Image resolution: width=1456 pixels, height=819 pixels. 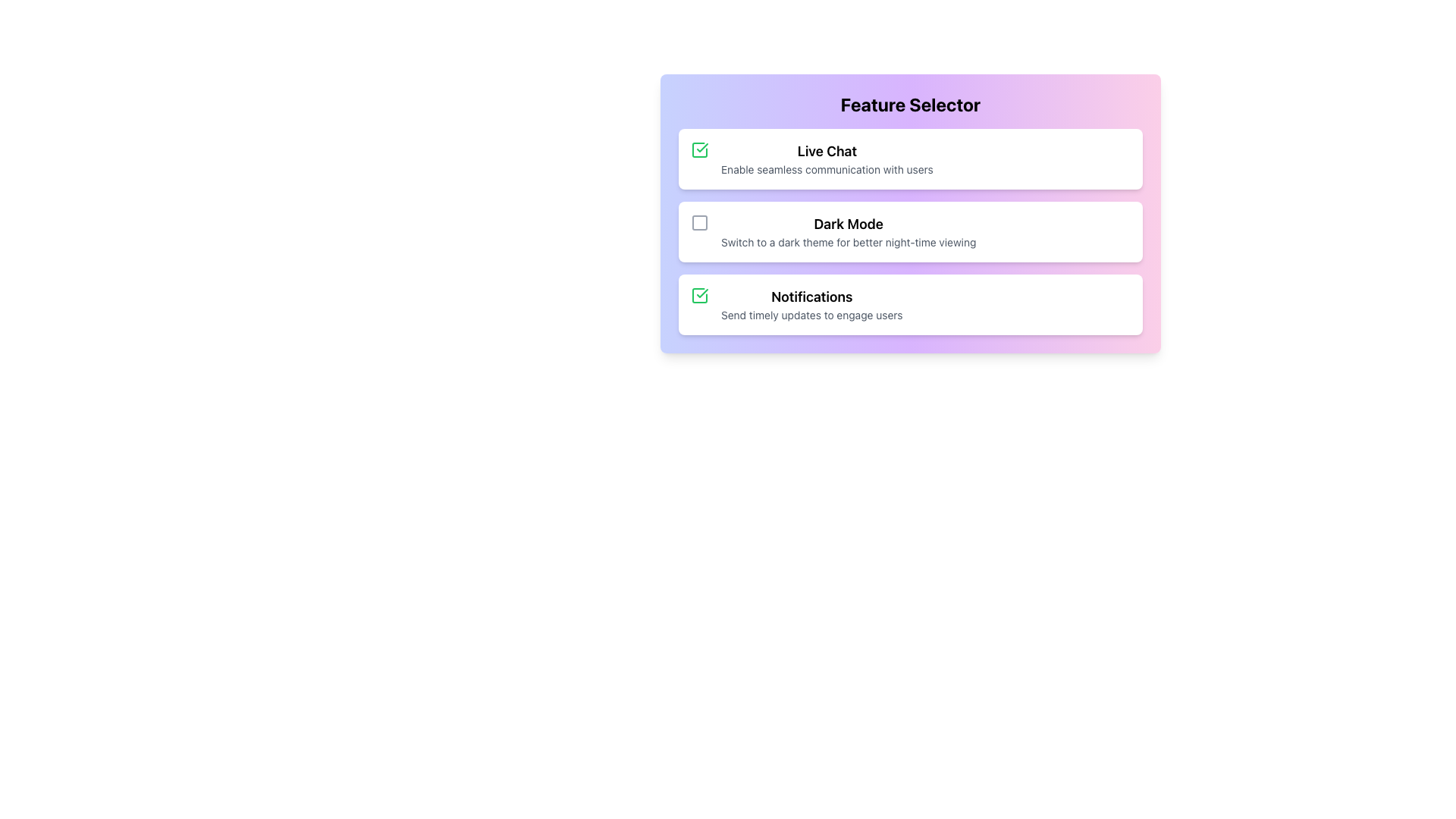 What do you see at coordinates (910, 104) in the screenshot?
I see `the 'Feature Selector' text label displayed in bold, black font at the top of the feature card with a gradient background from purple to pink` at bounding box center [910, 104].